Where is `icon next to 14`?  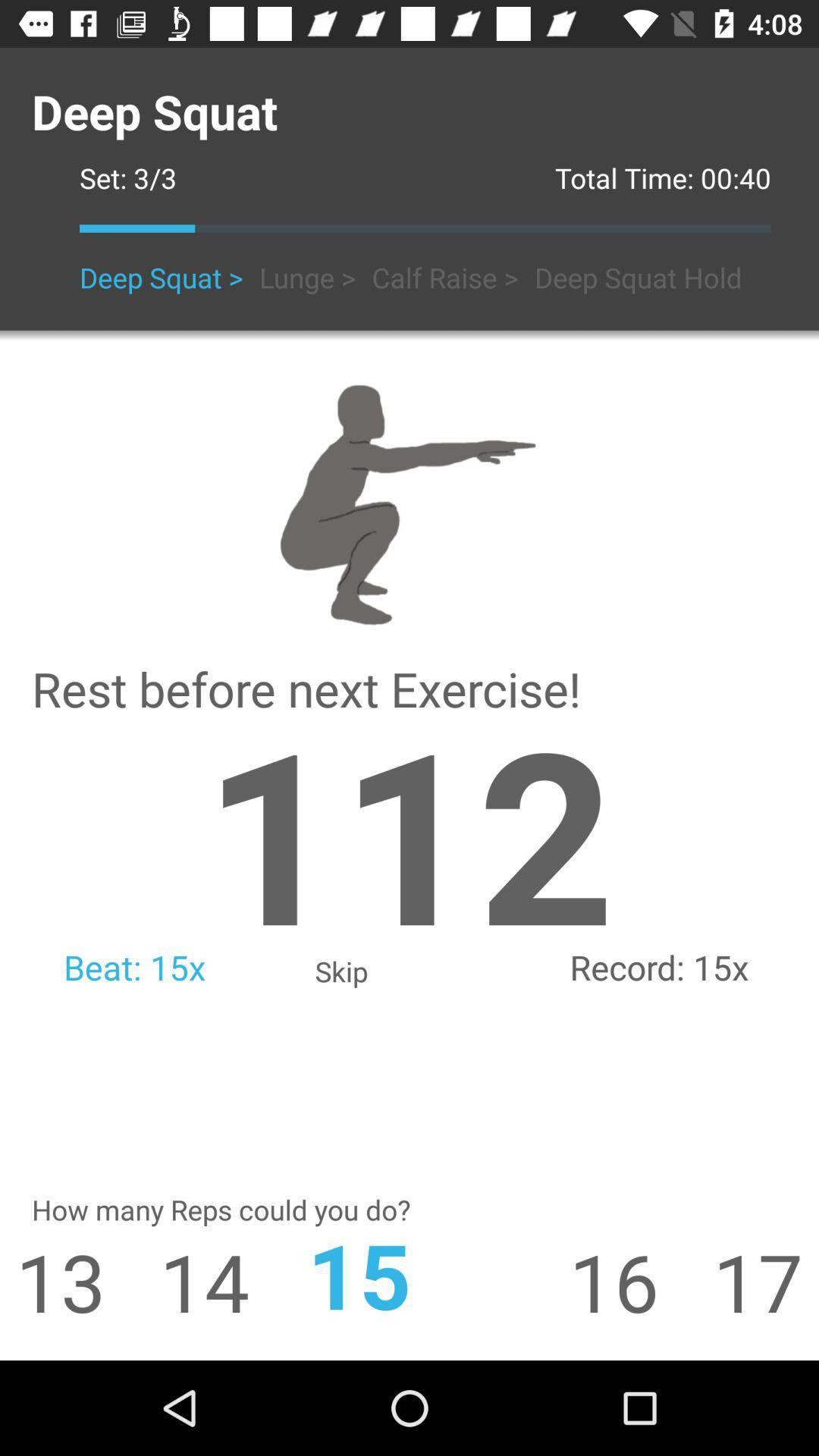
icon next to 14 is located at coordinates (409, 1274).